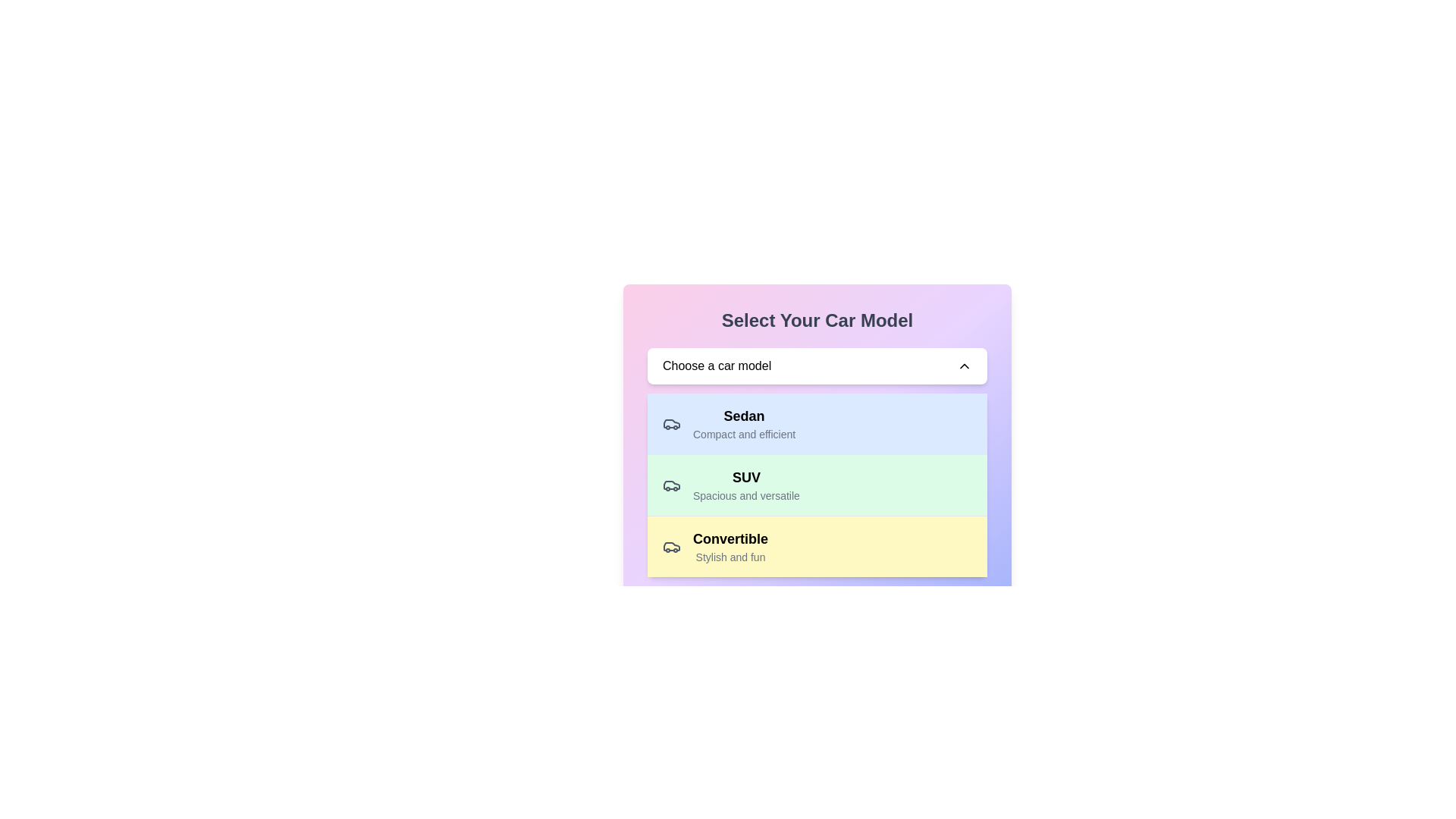  Describe the element at coordinates (671, 547) in the screenshot. I see `the car icon, which is a stylized red car graphic located next to the 'Convertible' text in the options list` at that location.